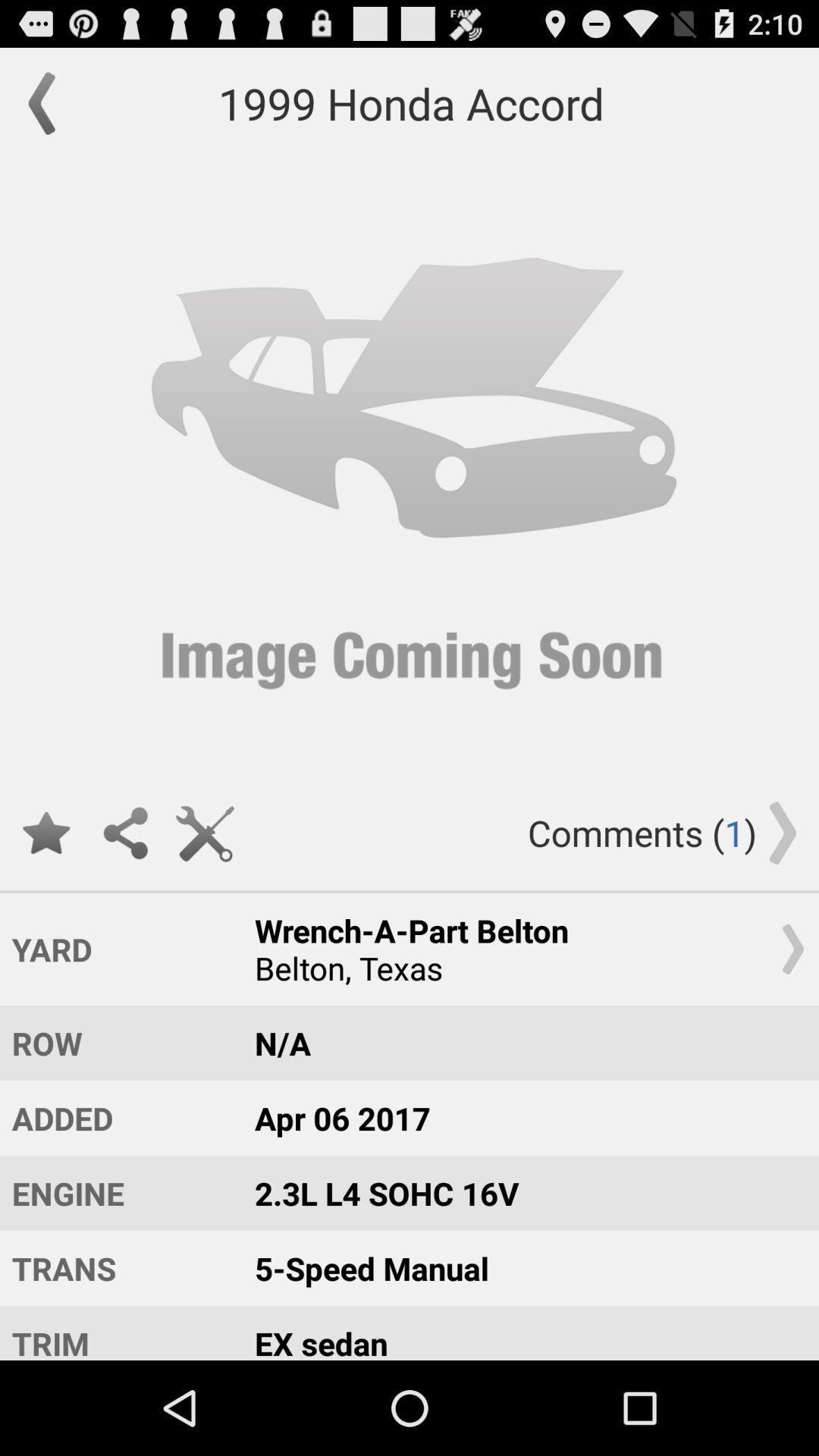 The height and width of the screenshot is (1456, 819). I want to click on the share icon, so click(124, 892).